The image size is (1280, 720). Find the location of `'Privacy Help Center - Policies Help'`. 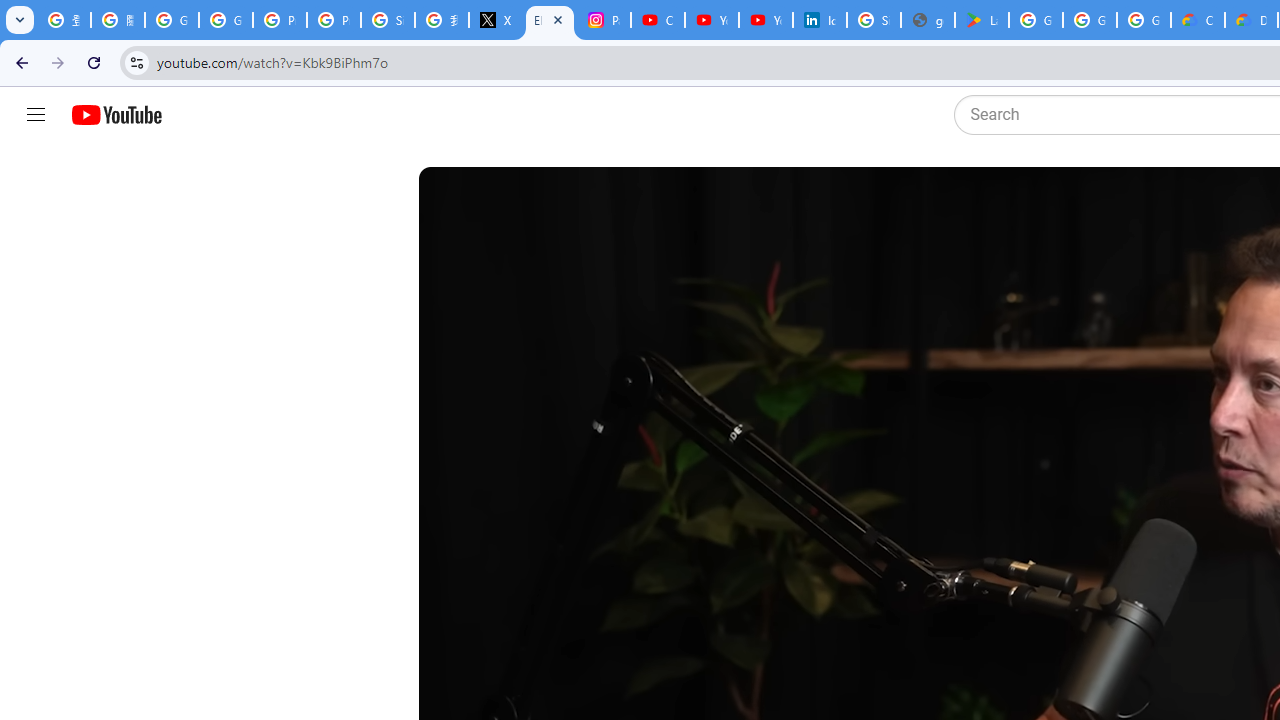

'Privacy Help Center - Policies Help' is located at coordinates (334, 20).